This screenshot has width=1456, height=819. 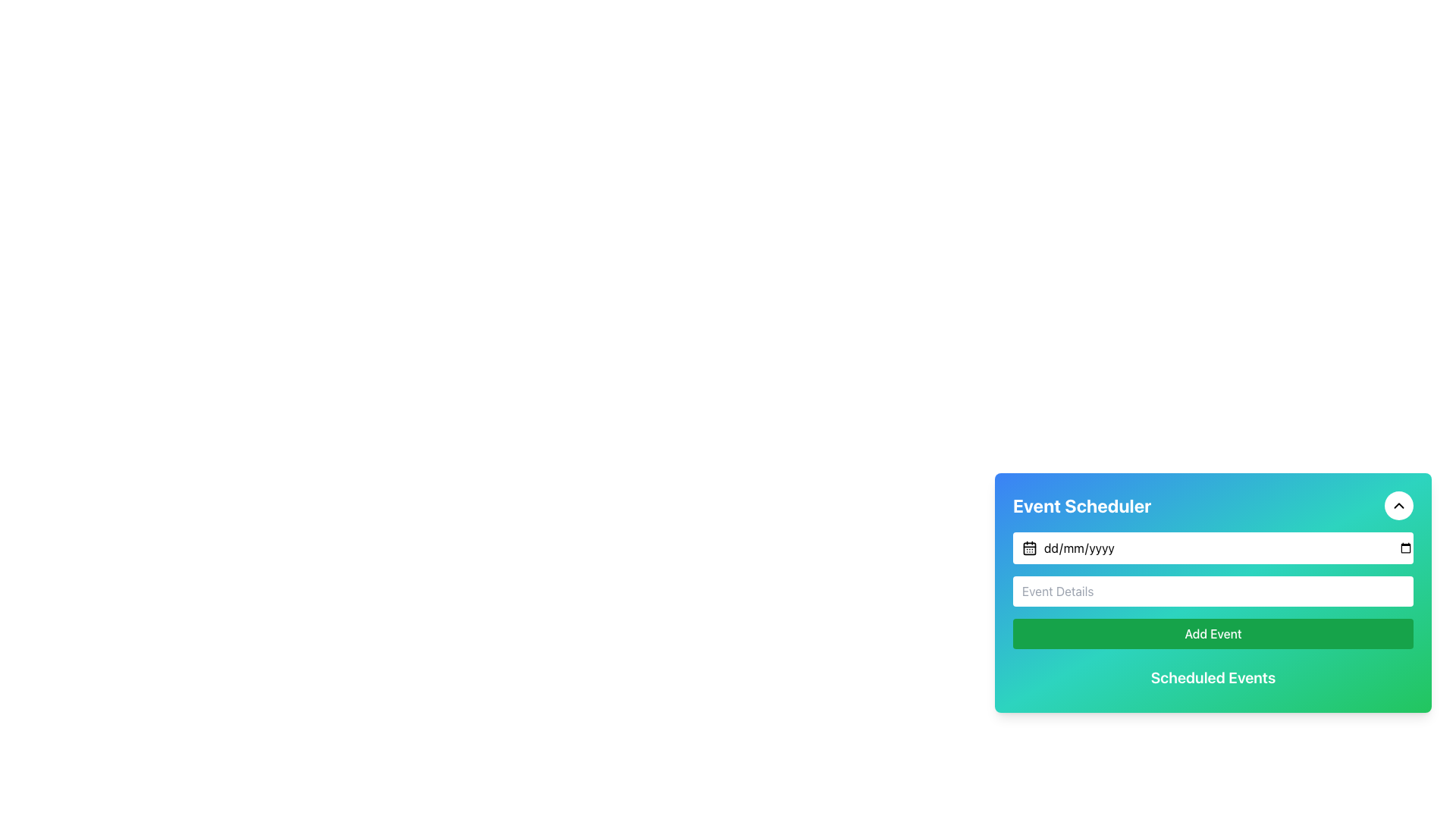 I want to click on the Chevron Icon located in the top-right corner of the 'Event Scheduler' card interface, so click(x=1398, y=506).